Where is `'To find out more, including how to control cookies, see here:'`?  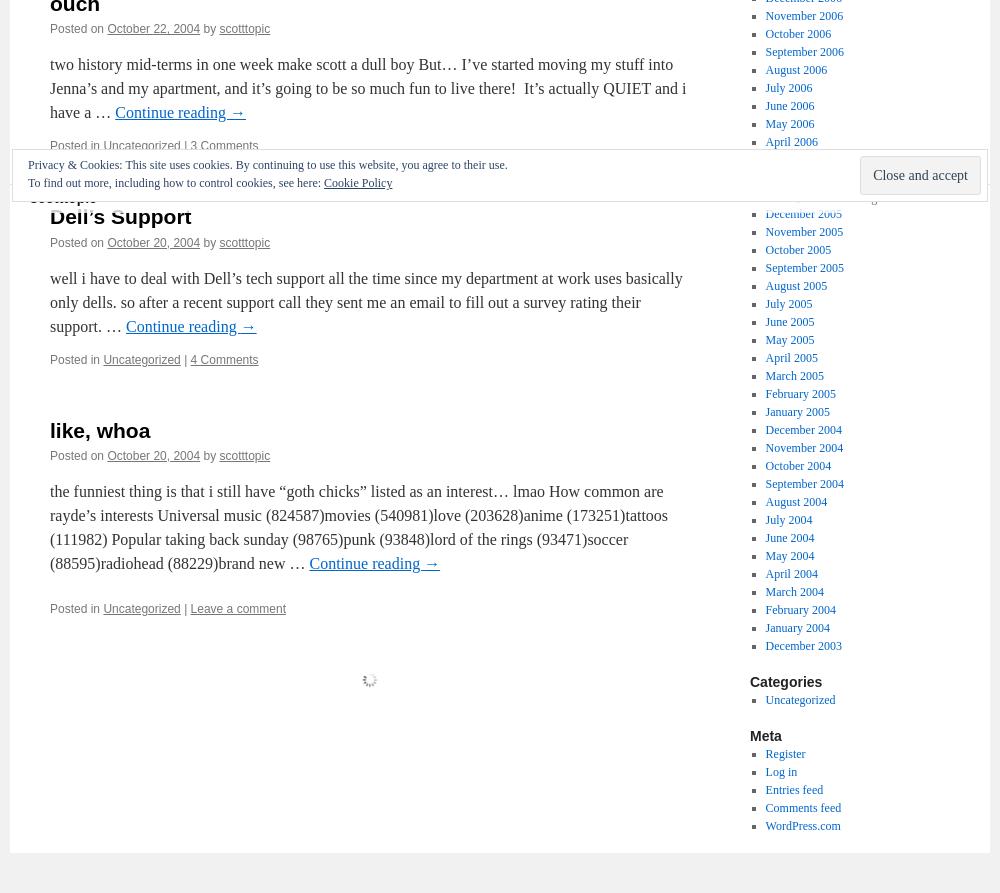 'To find out more, including how to control cookies, see here:' is located at coordinates (176, 181).